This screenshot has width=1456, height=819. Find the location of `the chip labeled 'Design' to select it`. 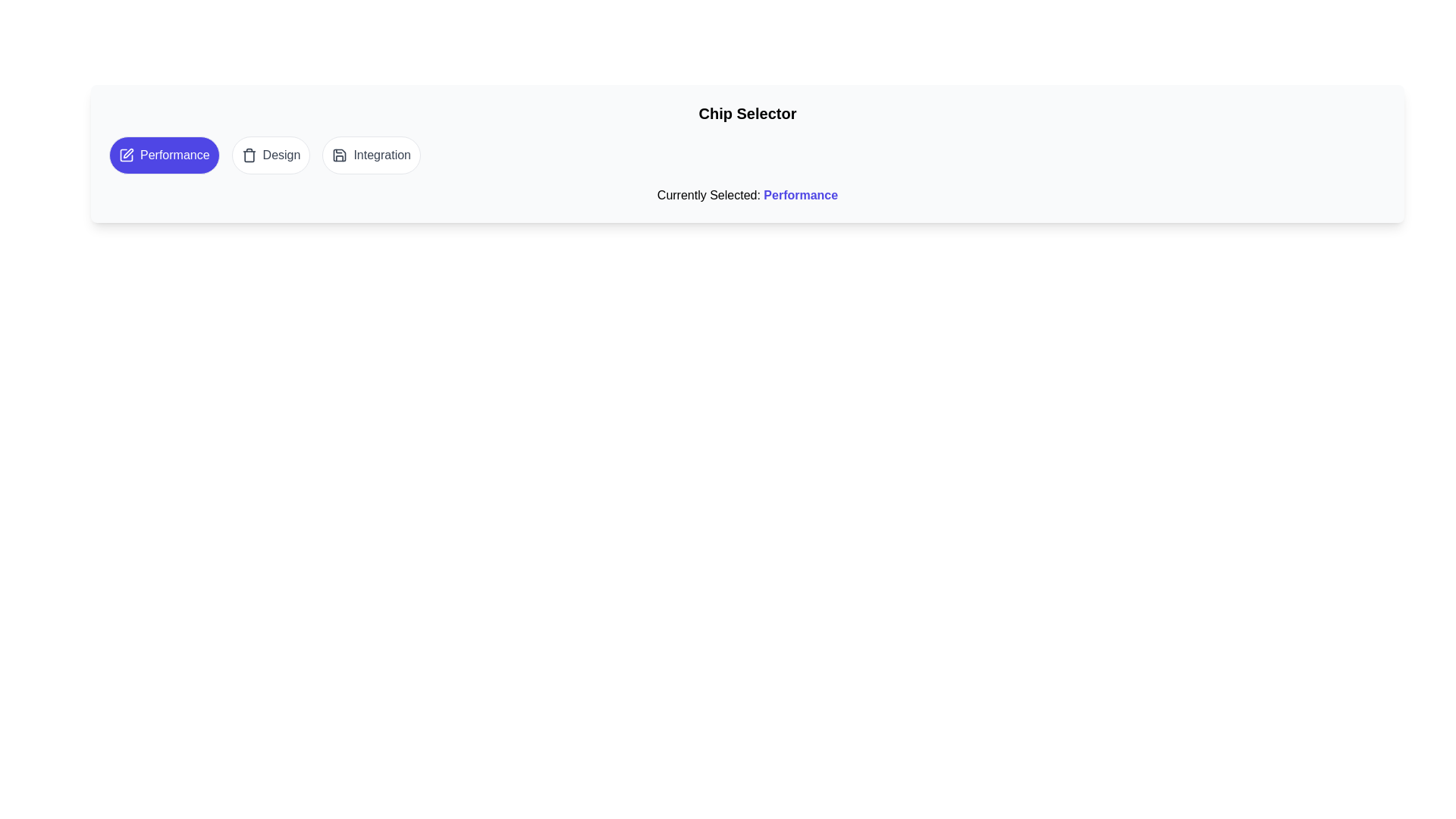

the chip labeled 'Design' to select it is located at coordinates (270, 155).